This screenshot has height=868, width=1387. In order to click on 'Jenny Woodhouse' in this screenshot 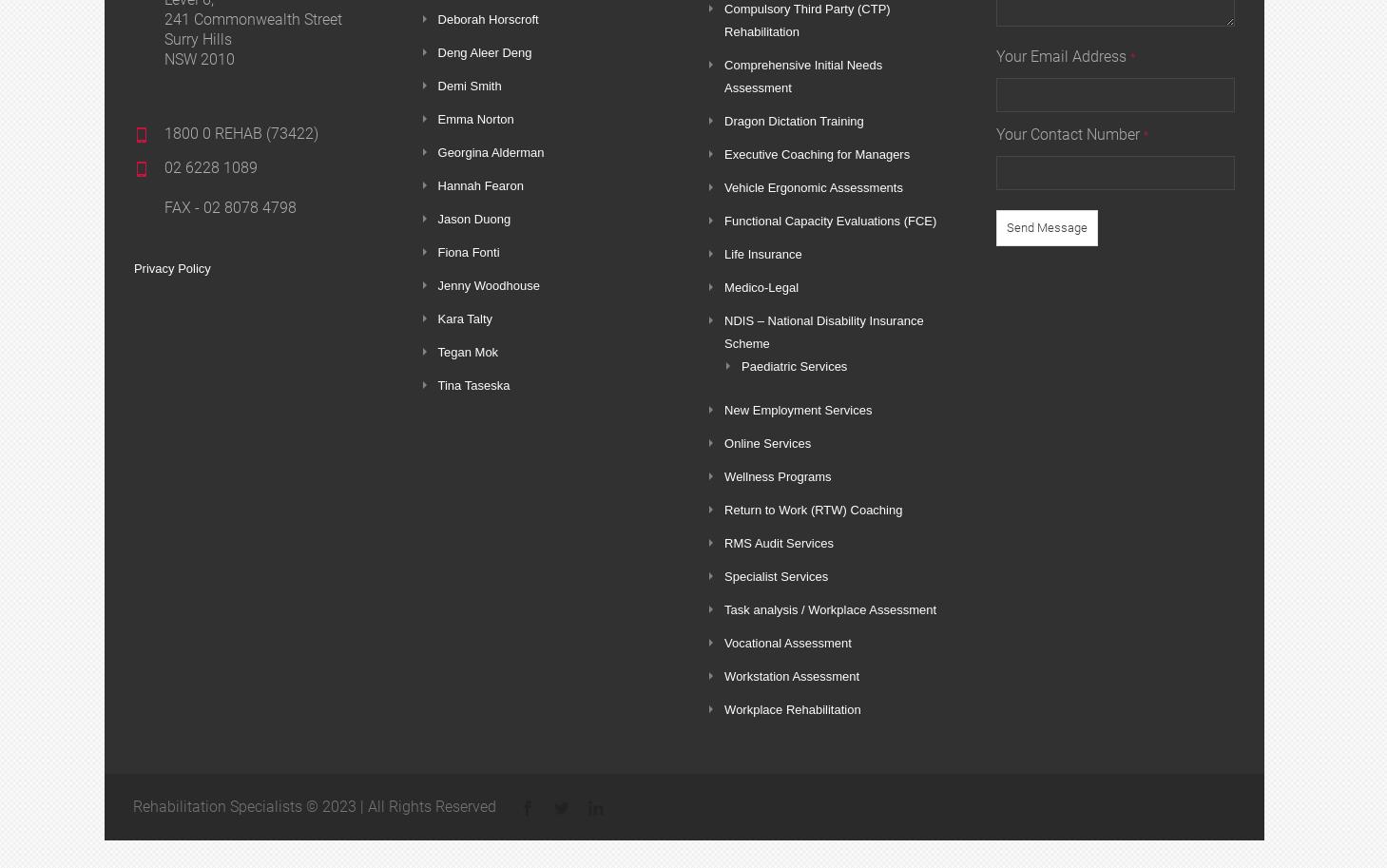, I will do `click(487, 284)`.